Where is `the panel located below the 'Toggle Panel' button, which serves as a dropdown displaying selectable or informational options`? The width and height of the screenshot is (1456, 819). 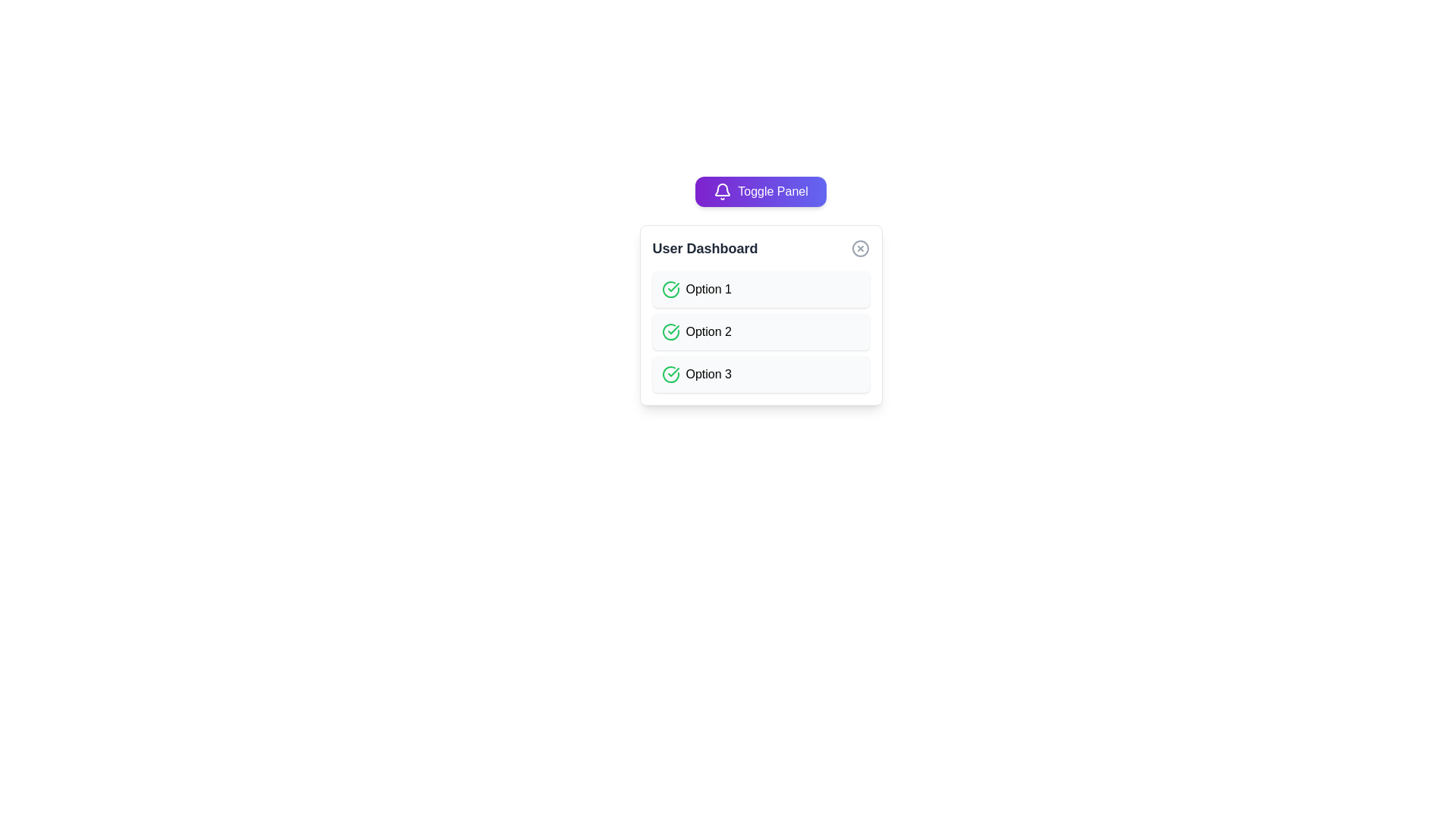 the panel located below the 'Toggle Panel' button, which serves as a dropdown displaying selectable or informational options is located at coordinates (761, 315).